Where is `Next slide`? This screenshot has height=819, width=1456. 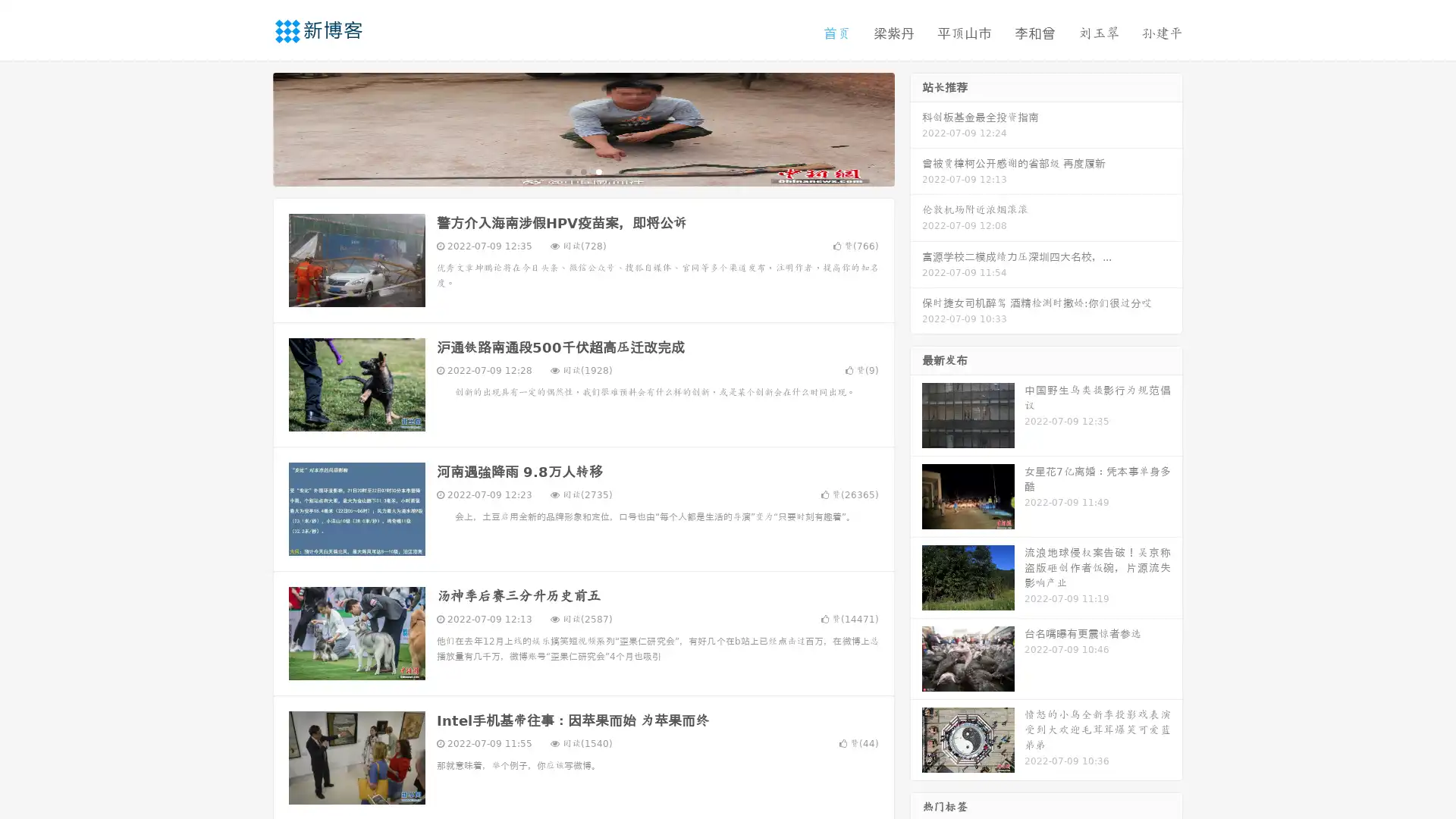
Next slide is located at coordinates (916, 127).